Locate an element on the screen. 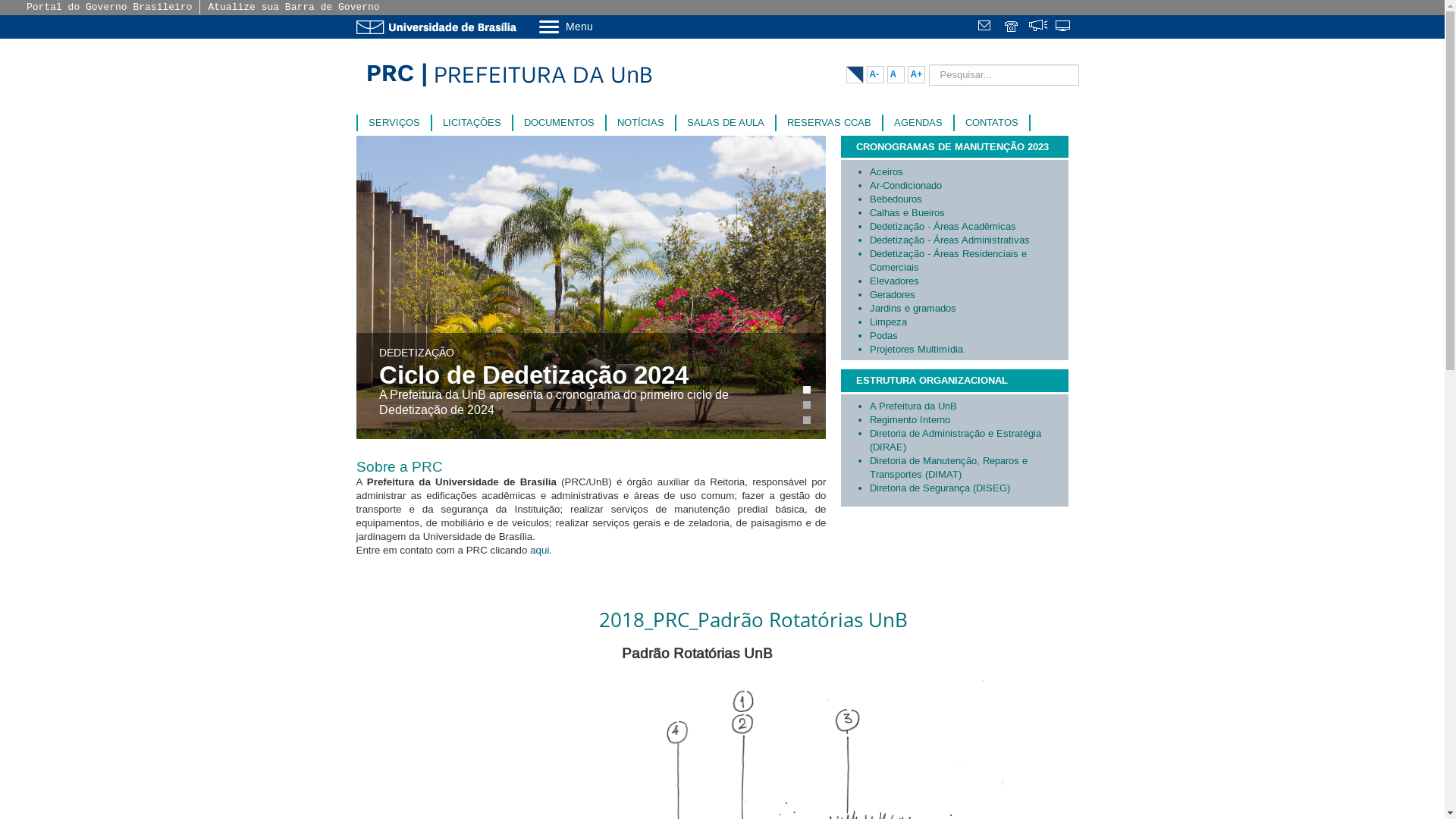 This screenshot has width=1456, height=819. 'Calhas e Bueiros' is located at coordinates (966, 213).